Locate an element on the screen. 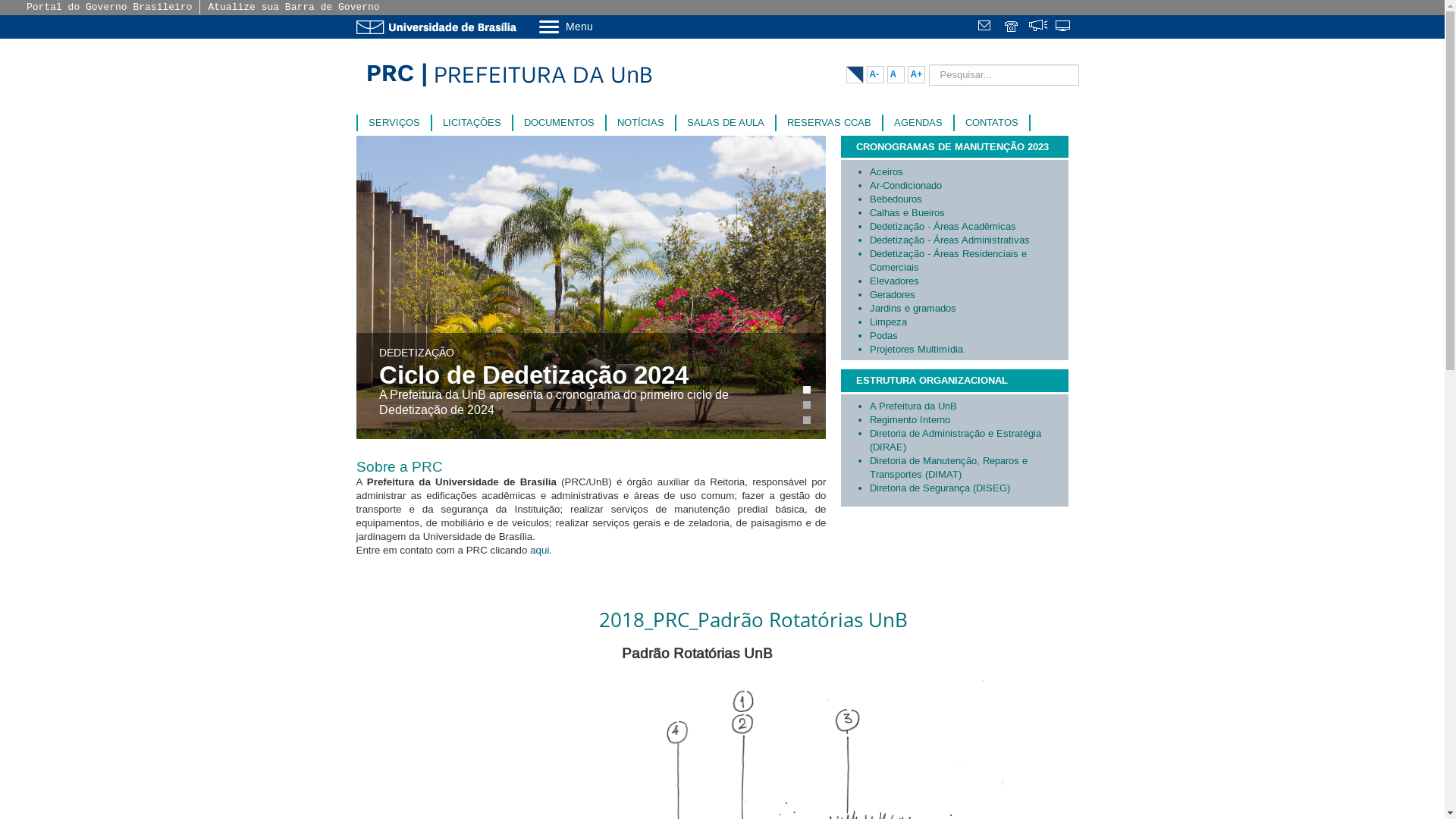 This screenshot has width=1456, height=819. 'Calhas e Bueiros' is located at coordinates (966, 213).